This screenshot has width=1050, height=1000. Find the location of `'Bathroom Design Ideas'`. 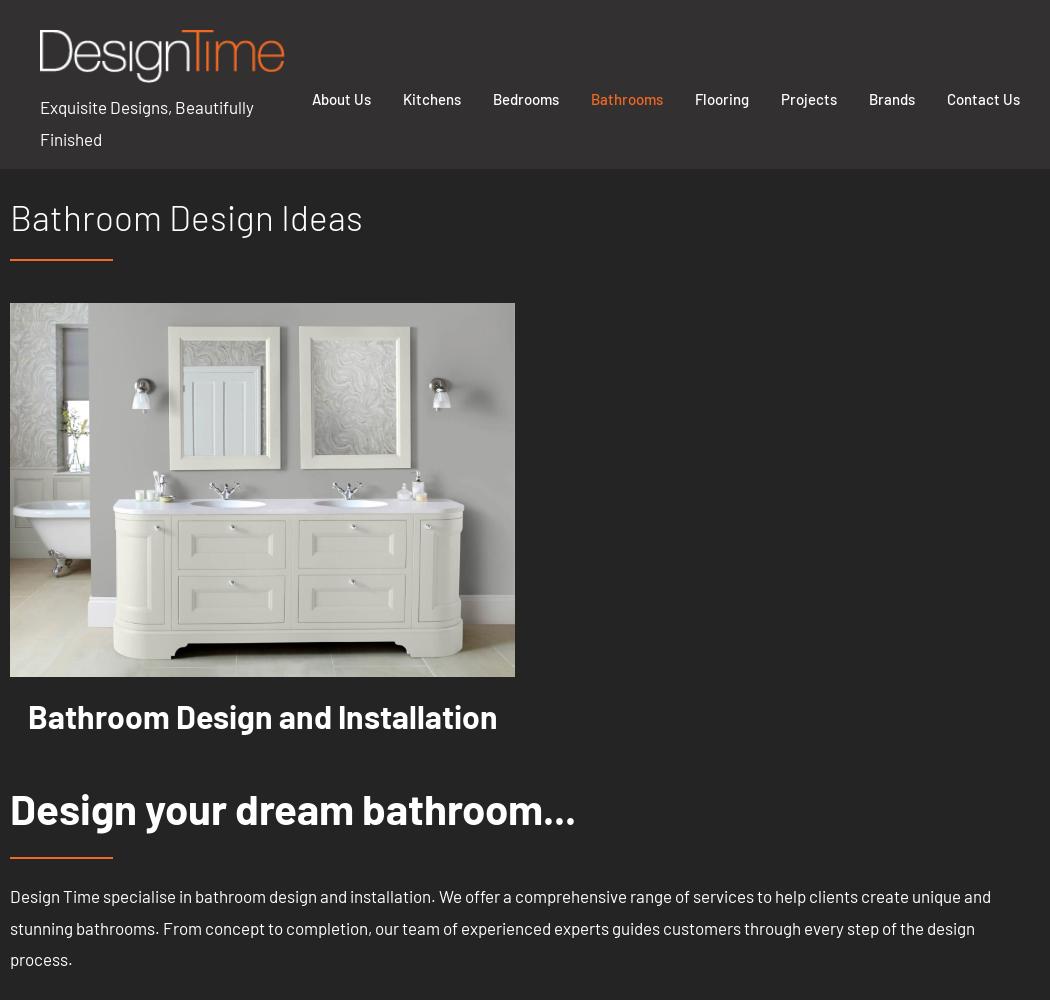

'Bathroom Design Ideas' is located at coordinates (186, 215).